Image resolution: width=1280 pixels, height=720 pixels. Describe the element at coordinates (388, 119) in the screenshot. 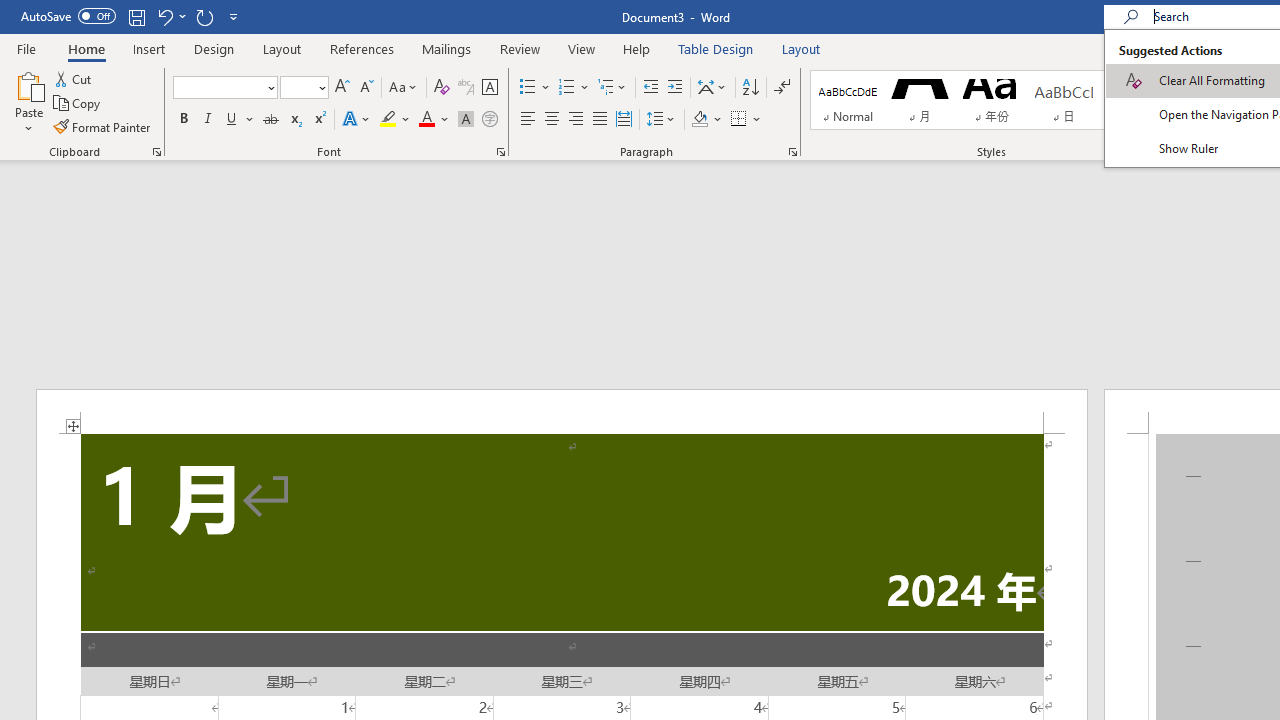

I see `'Text Highlight Color Yellow'` at that location.